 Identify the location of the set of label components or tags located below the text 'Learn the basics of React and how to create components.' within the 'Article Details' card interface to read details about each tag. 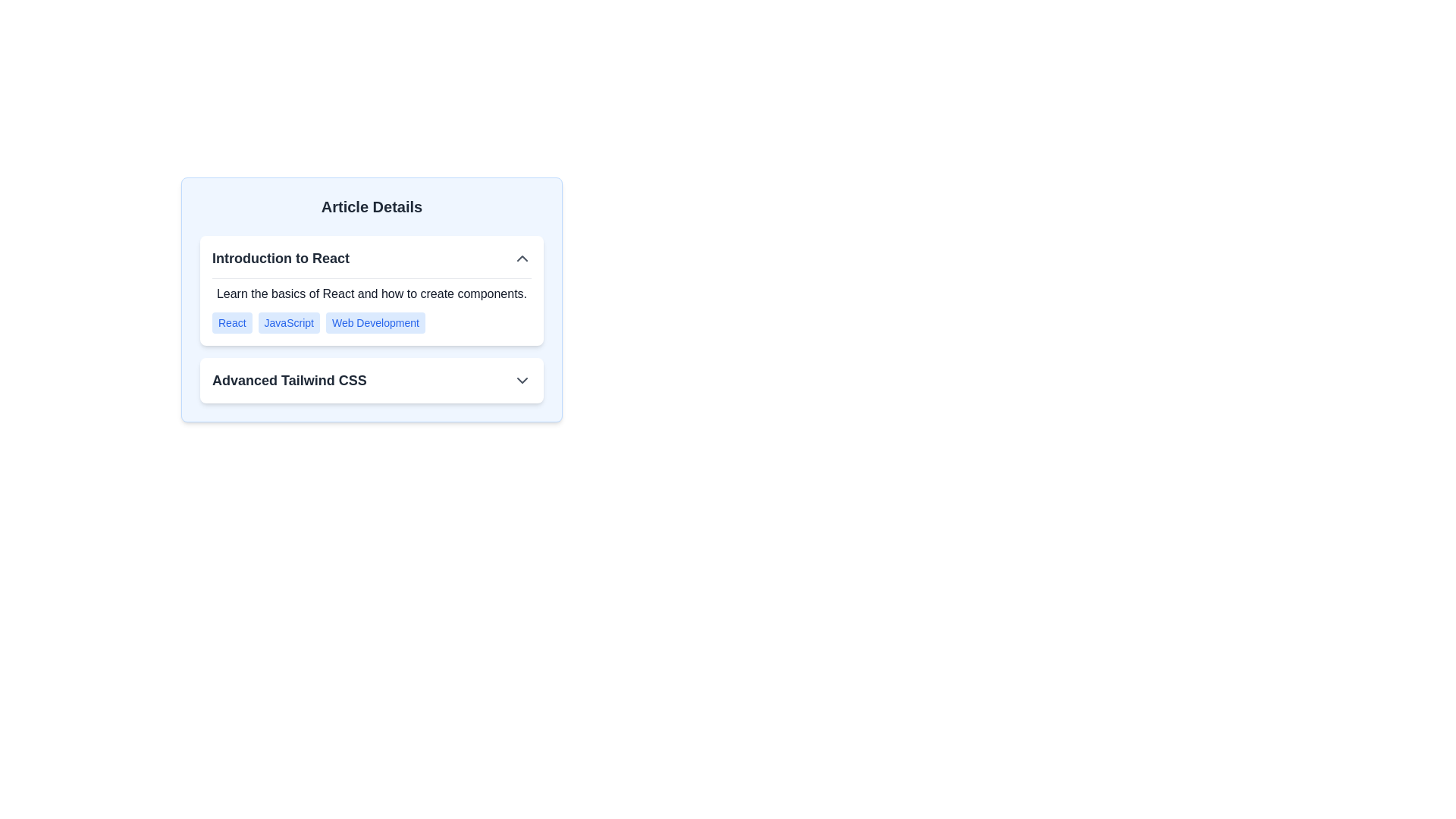
(372, 322).